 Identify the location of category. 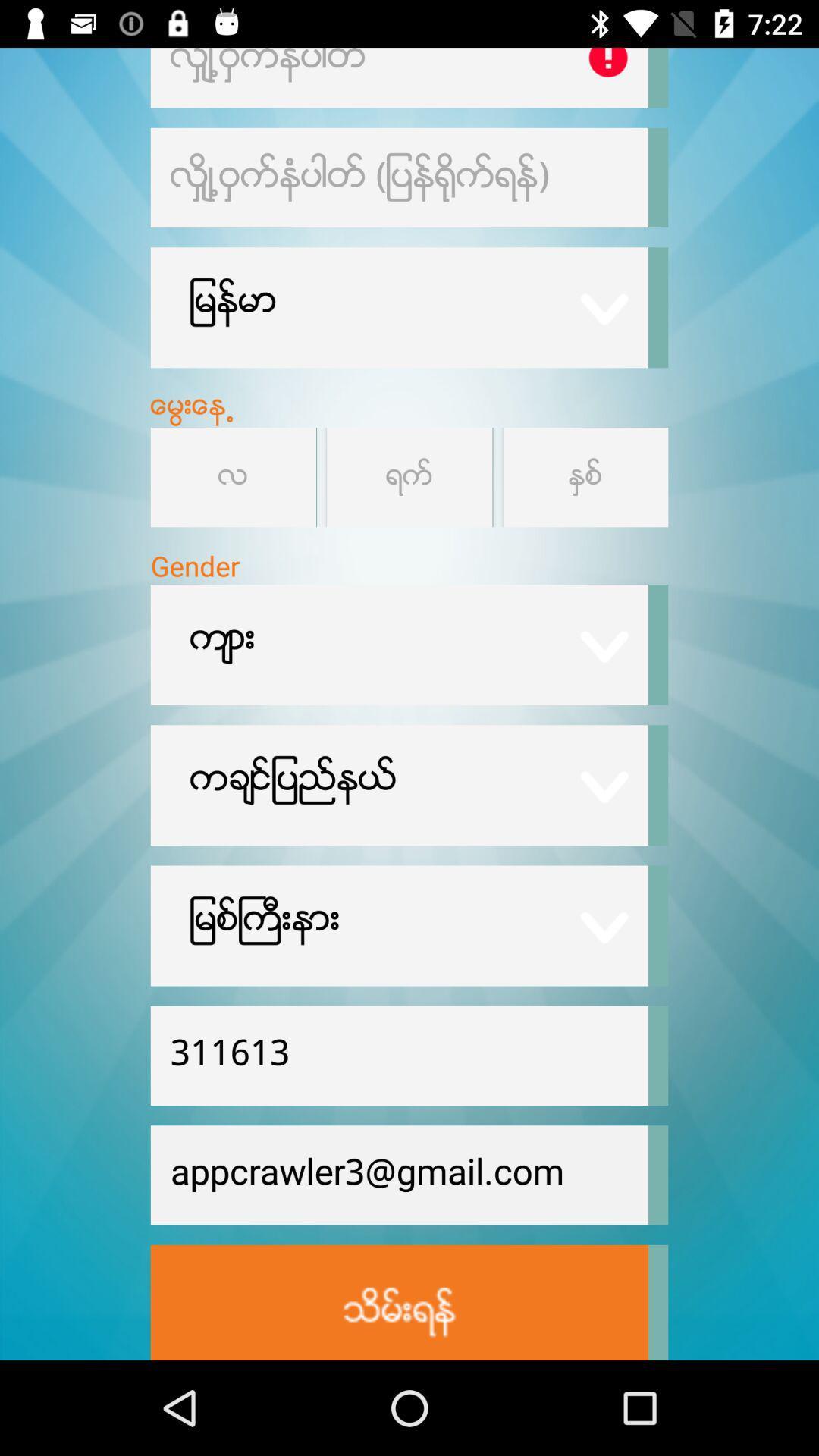
(409, 476).